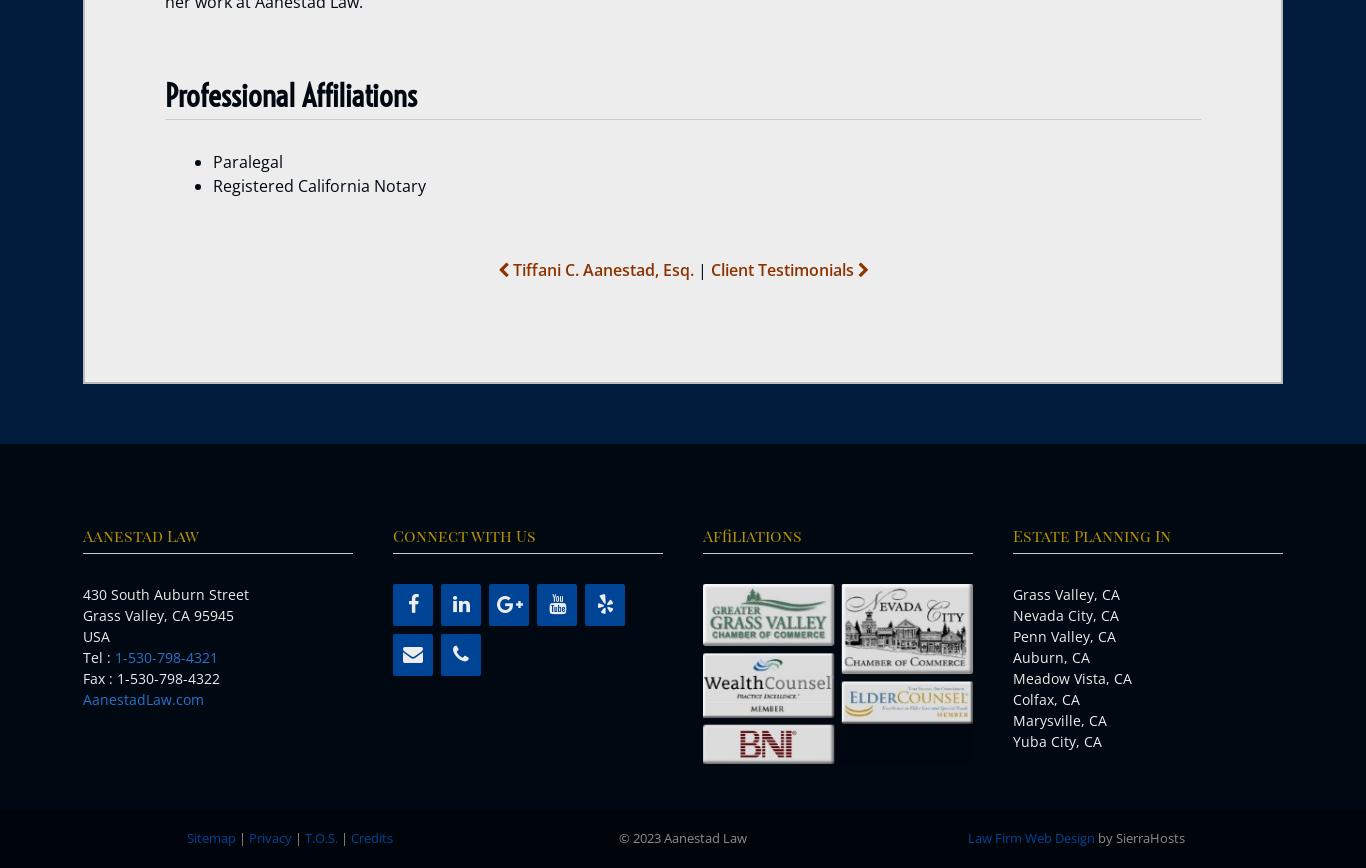 The width and height of the screenshot is (1366, 868). Describe the element at coordinates (83, 699) in the screenshot. I see `'AanestadLaw.com'` at that location.